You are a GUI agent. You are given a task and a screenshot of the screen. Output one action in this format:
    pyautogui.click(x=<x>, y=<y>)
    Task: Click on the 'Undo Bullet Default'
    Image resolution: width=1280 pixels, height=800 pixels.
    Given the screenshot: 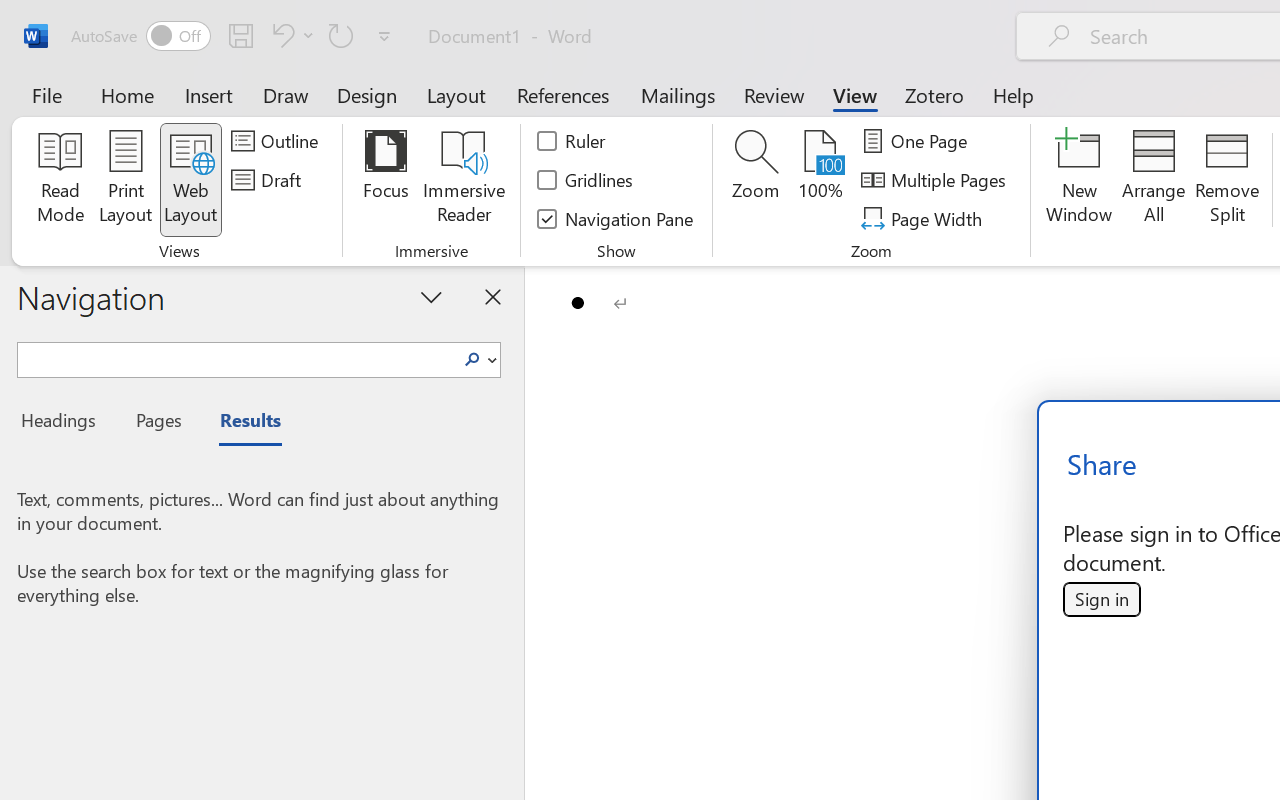 What is the action you would take?
    pyautogui.click(x=289, y=34)
    